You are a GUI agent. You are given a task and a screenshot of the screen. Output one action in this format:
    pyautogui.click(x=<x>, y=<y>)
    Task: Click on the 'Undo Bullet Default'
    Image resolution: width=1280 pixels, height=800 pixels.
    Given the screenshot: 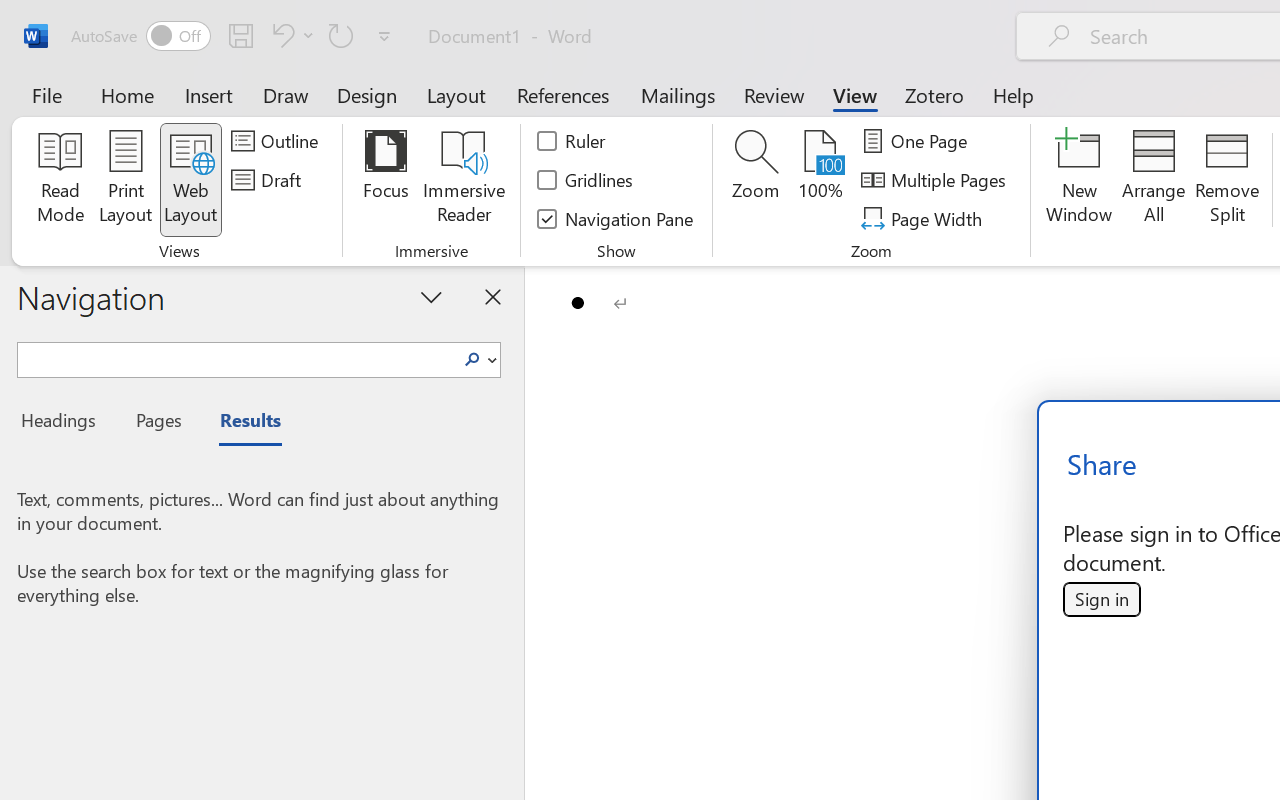 What is the action you would take?
    pyautogui.click(x=289, y=34)
    